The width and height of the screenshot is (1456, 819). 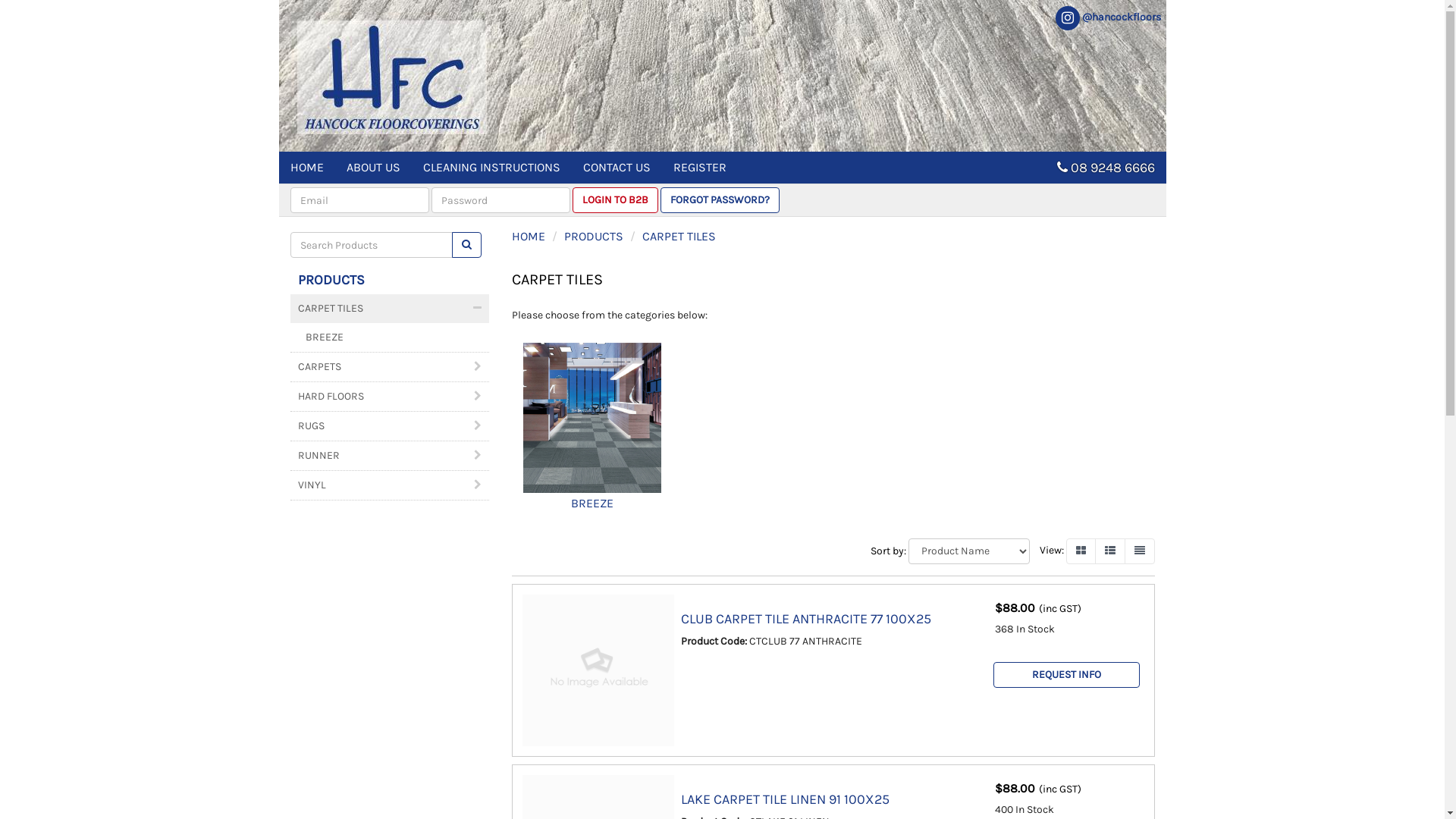 I want to click on 'HOME', so click(x=306, y=167).